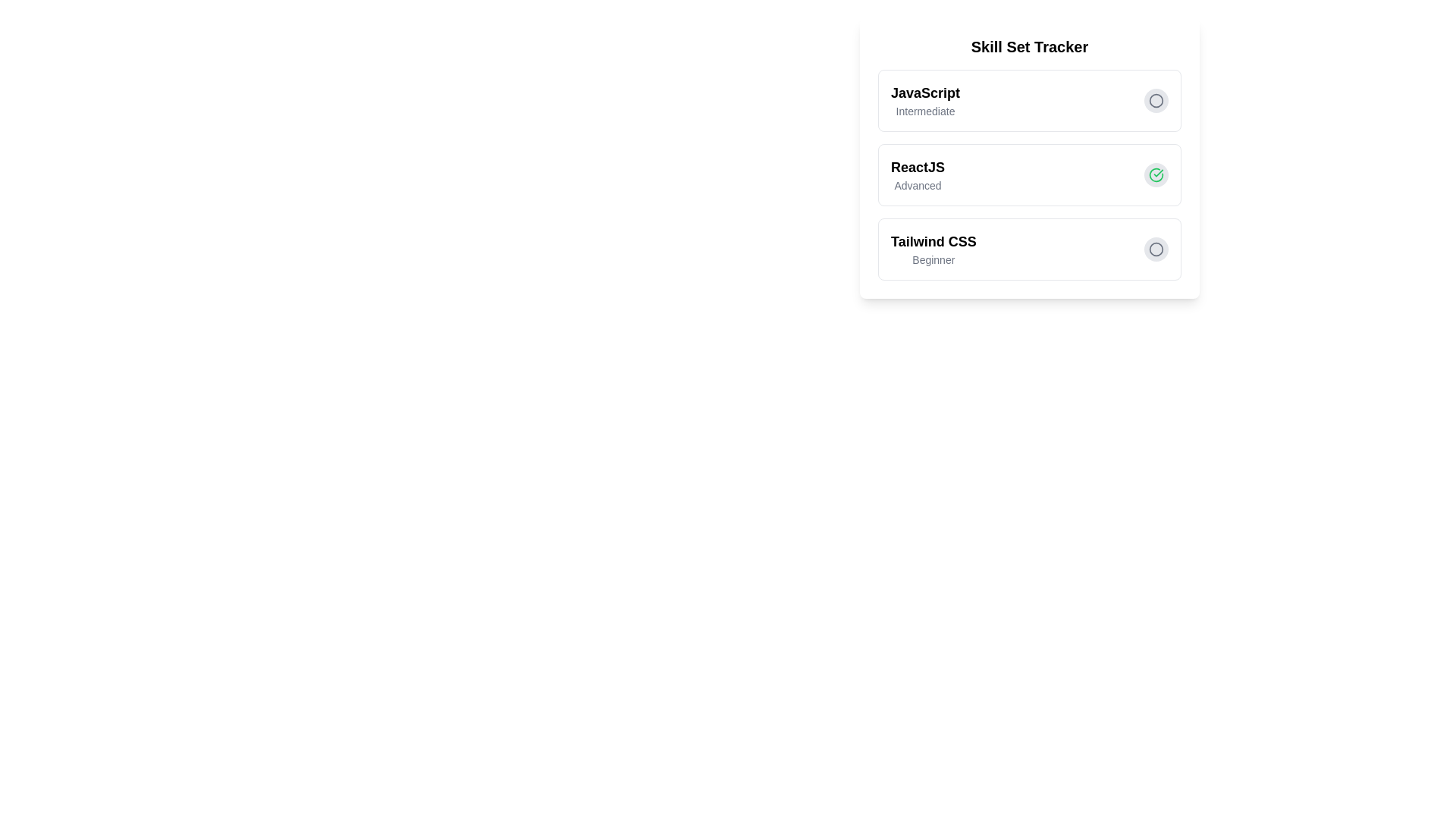 This screenshot has height=819, width=1456. What do you see at coordinates (933, 259) in the screenshot?
I see `the text label reading 'Beginner', which is styled in small gray font and positioned below the 'Tailwind CSS' heading in the Skill Set Tracker interface` at bounding box center [933, 259].